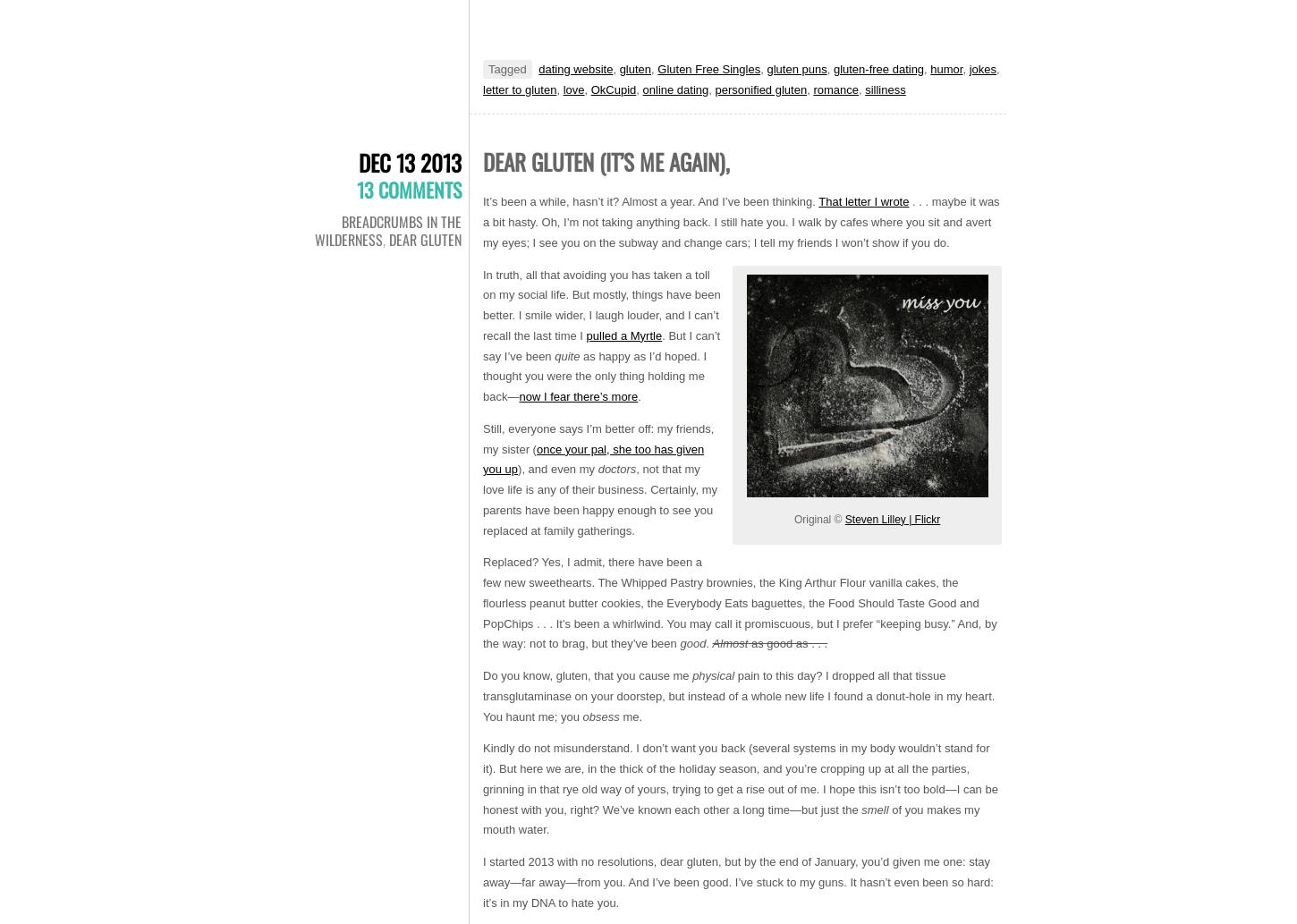 This screenshot has height=924, width=1297. Describe the element at coordinates (542, 716) in the screenshot. I see `'haunt me; you'` at that location.